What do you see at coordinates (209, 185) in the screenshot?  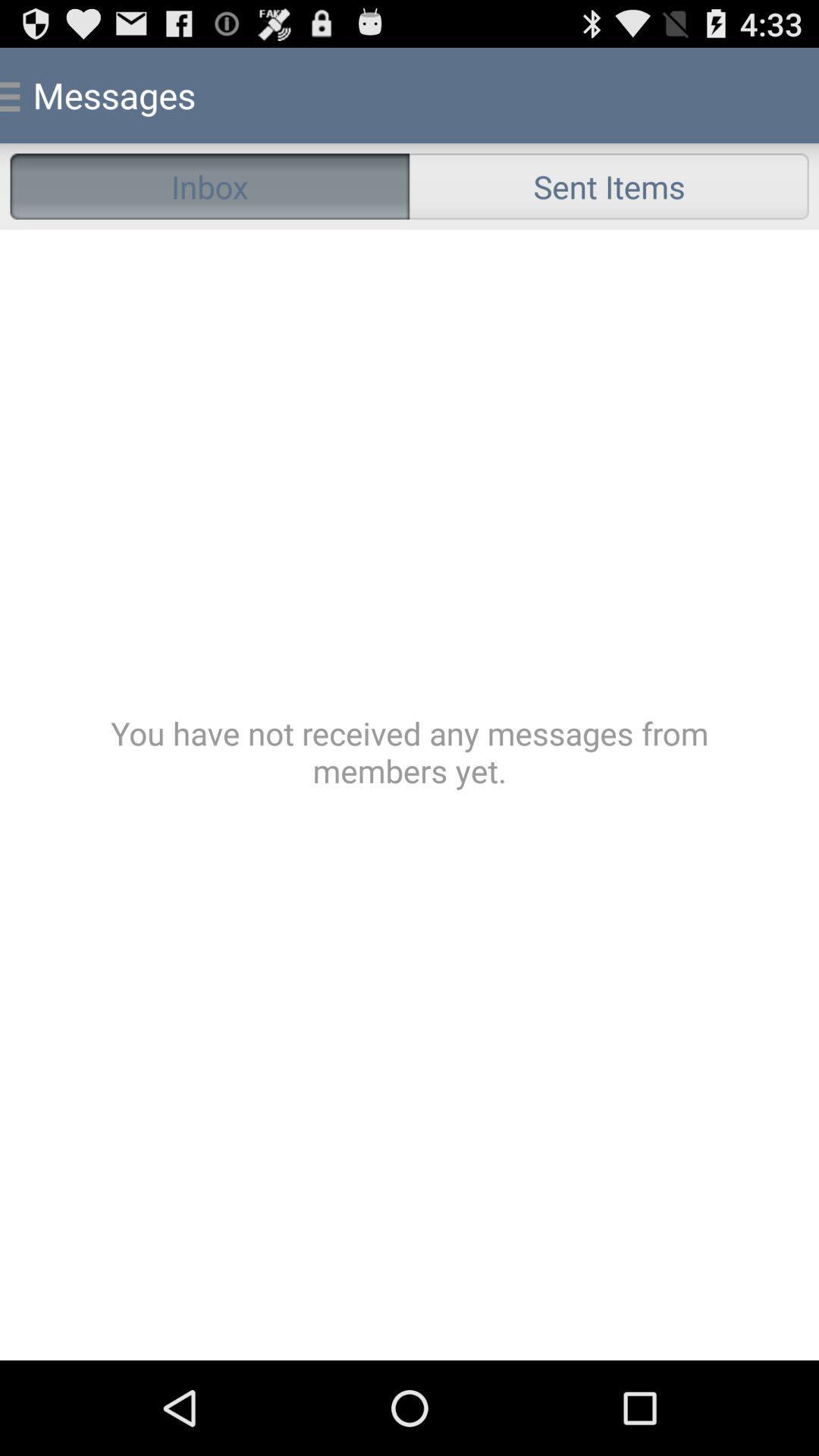 I see `the item next to sent items radio button` at bounding box center [209, 185].